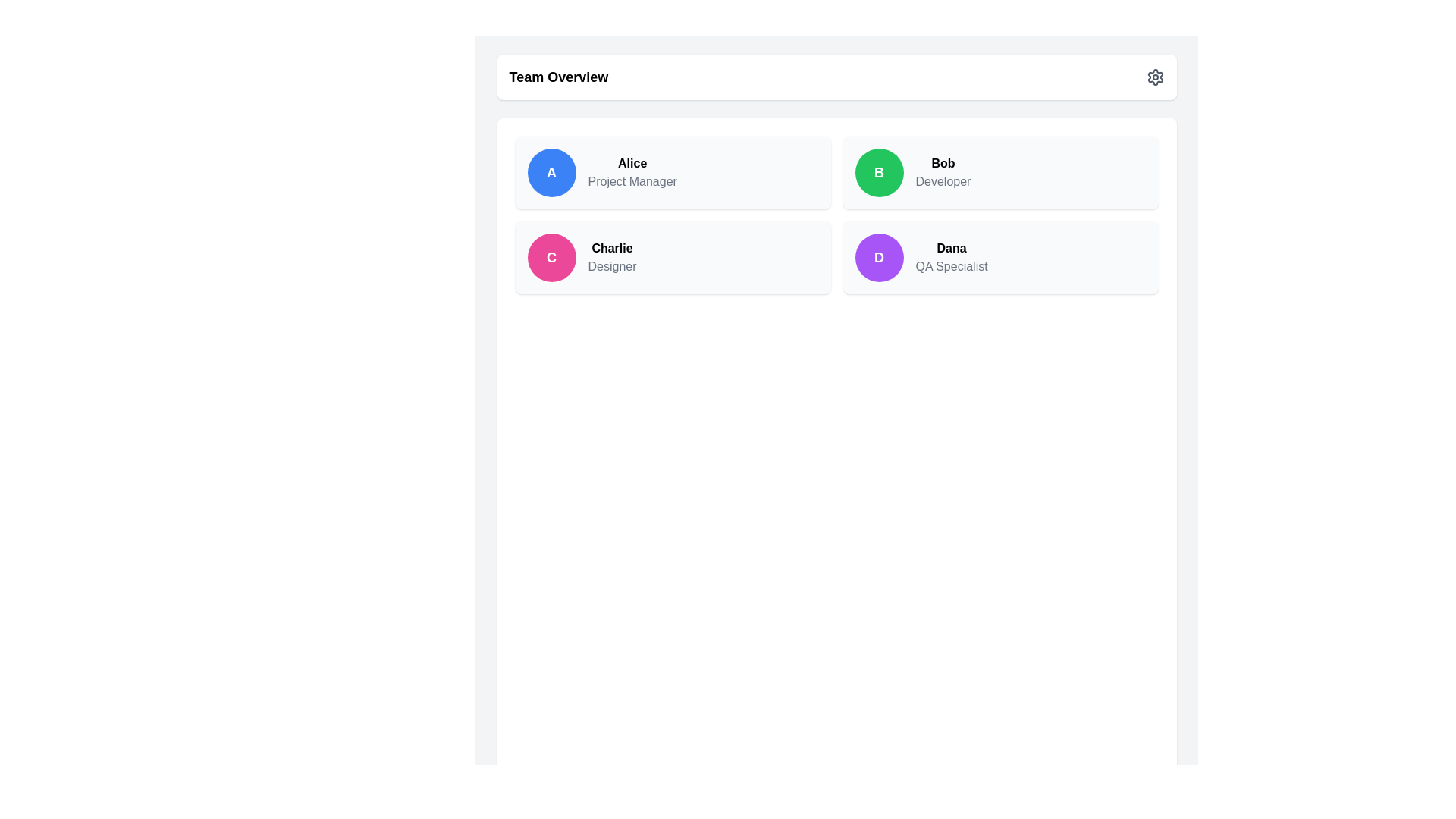 The height and width of the screenshot is (819, 1456). What do you see at coordinates (879, 171) in the screenshot?
I see `the user identifier badge located at the top-right corner next to 'Bob Developer'` at bounding box center [879, 171].